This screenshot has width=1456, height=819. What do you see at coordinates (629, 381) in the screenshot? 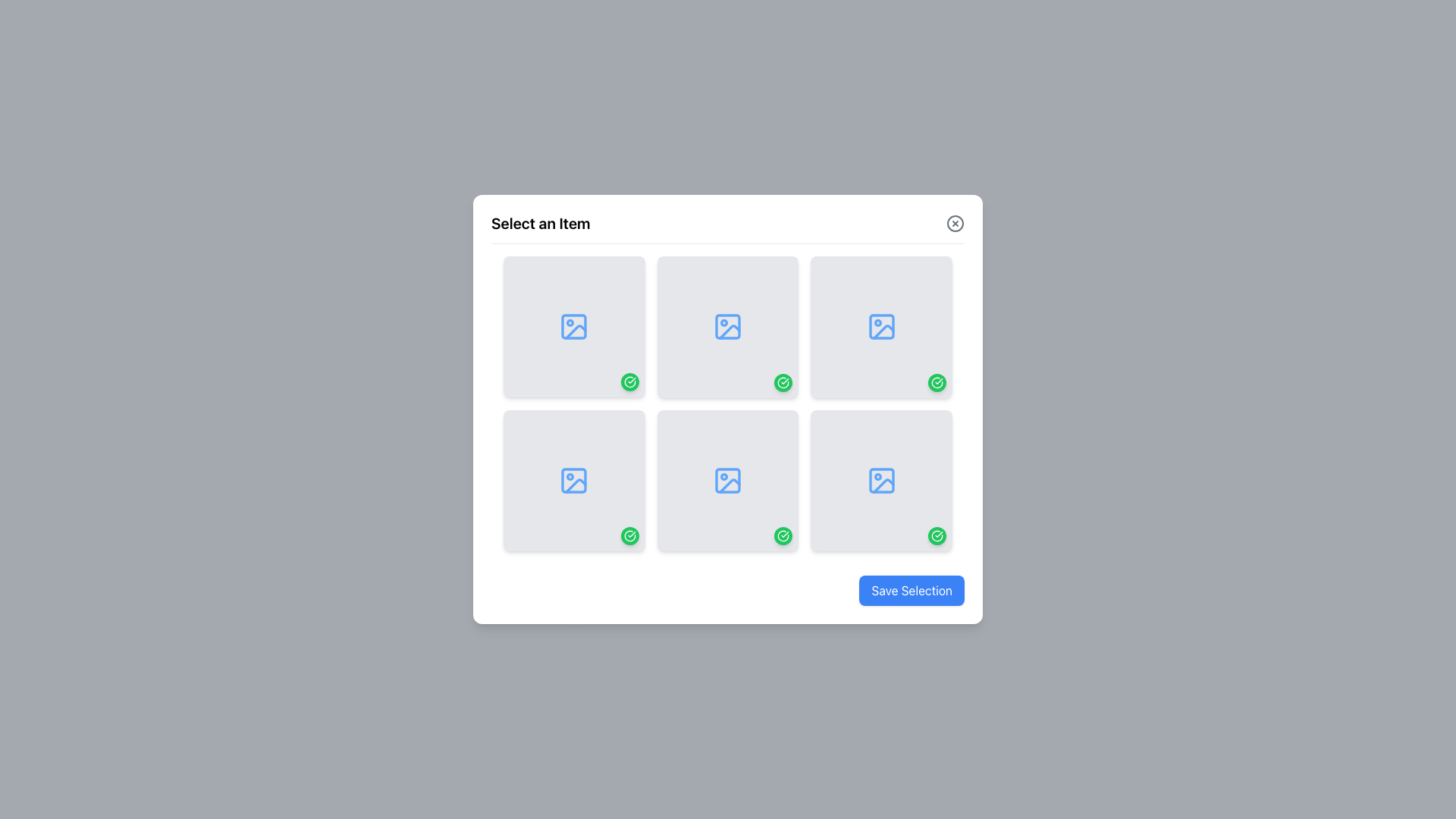
I see `the validation icon located in the bottom-right corner of the cell in the first row and second column of the grid, which indicates that the associated item is selected or marked as validated` at bounding box center [629, 381].